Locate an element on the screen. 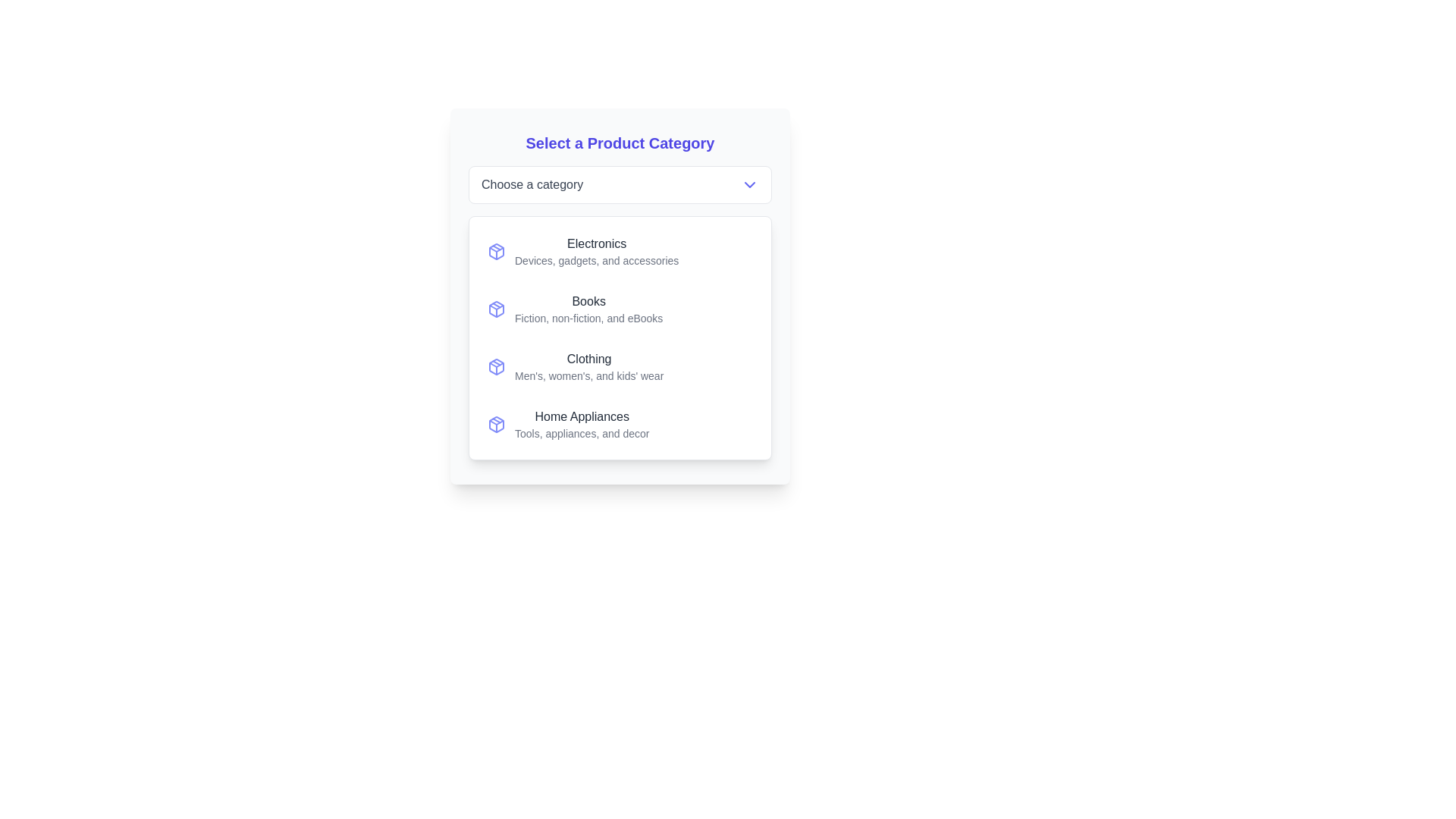 The image size is (1456, 819). the Text Label that serves as a header for the section, positioned above the 'Choose a category' dropdown menu is located at coordinates (620, 143).